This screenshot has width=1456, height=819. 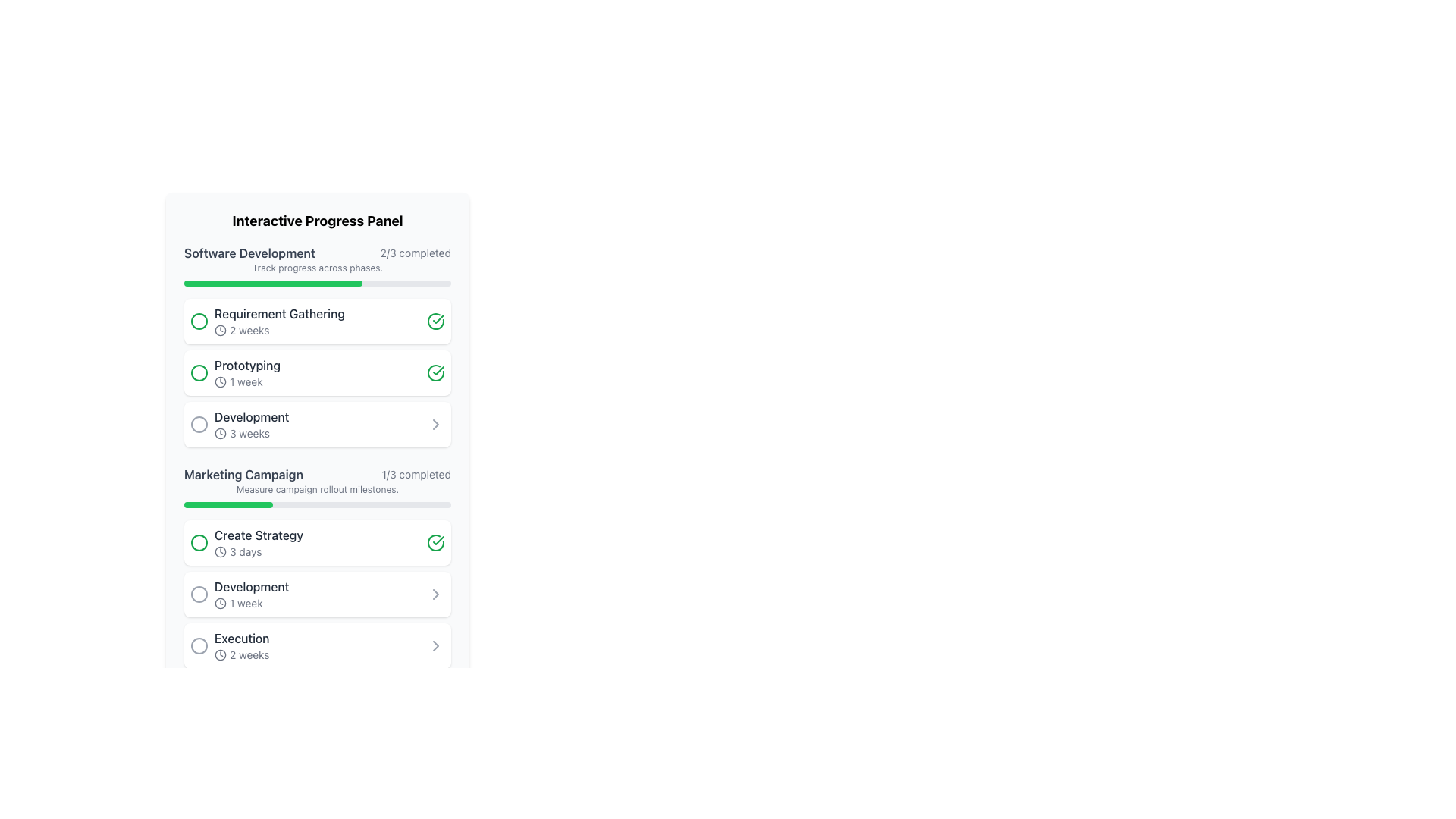 What do you see at coordinates (273, 284) in the screenshot?
I see `the green progress indicator bar located under the 'Software Development' header, which is styled with rounded ends and occupies two-thirds of the outer gray bar` at bounding box center [273, 284].